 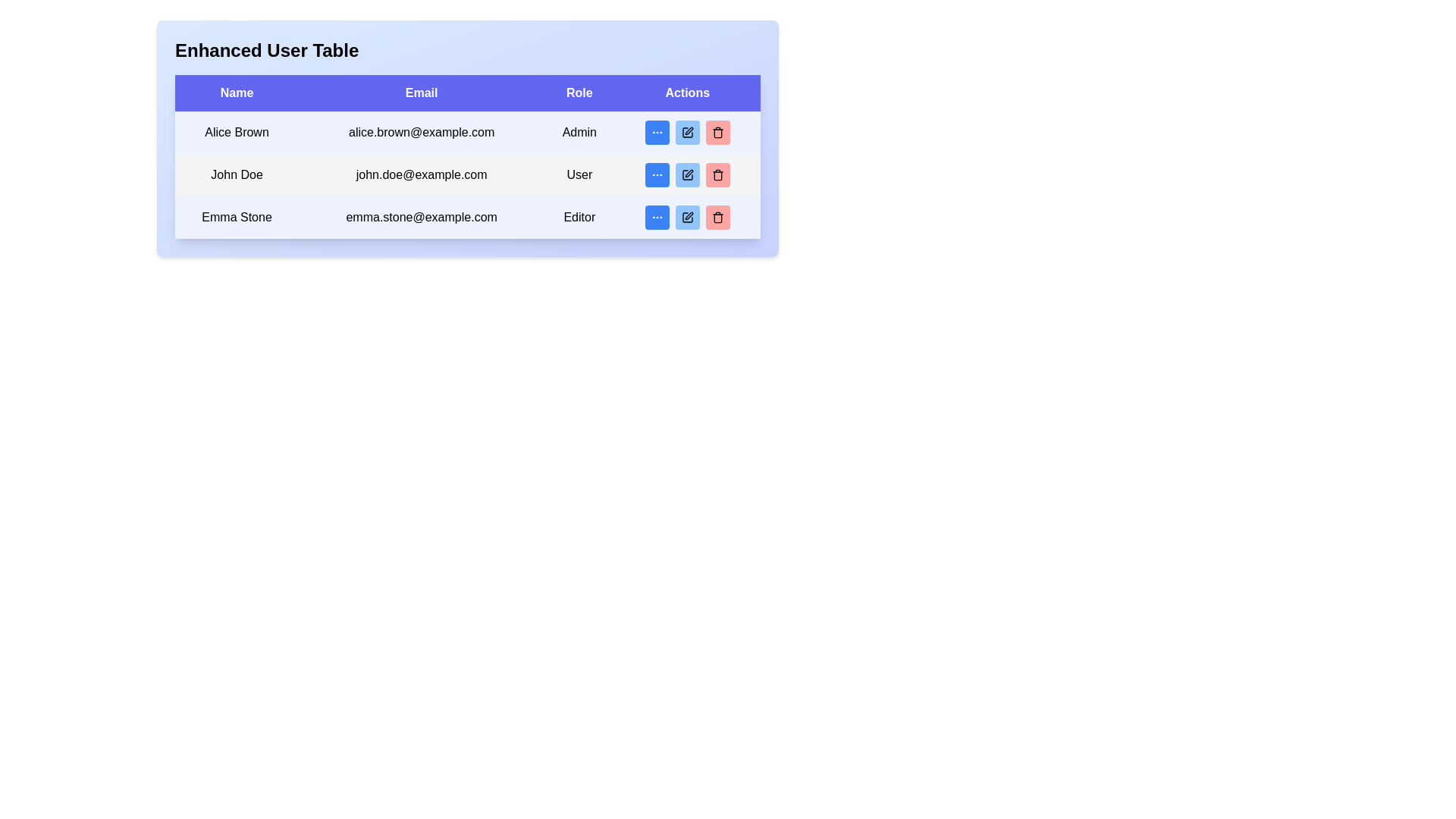 What do you see at coordinates (717, 131) in the screenshot?
I see `the delete icon located in the 'Actions' column of the second row in the user table` at bounding box center [717, 131].